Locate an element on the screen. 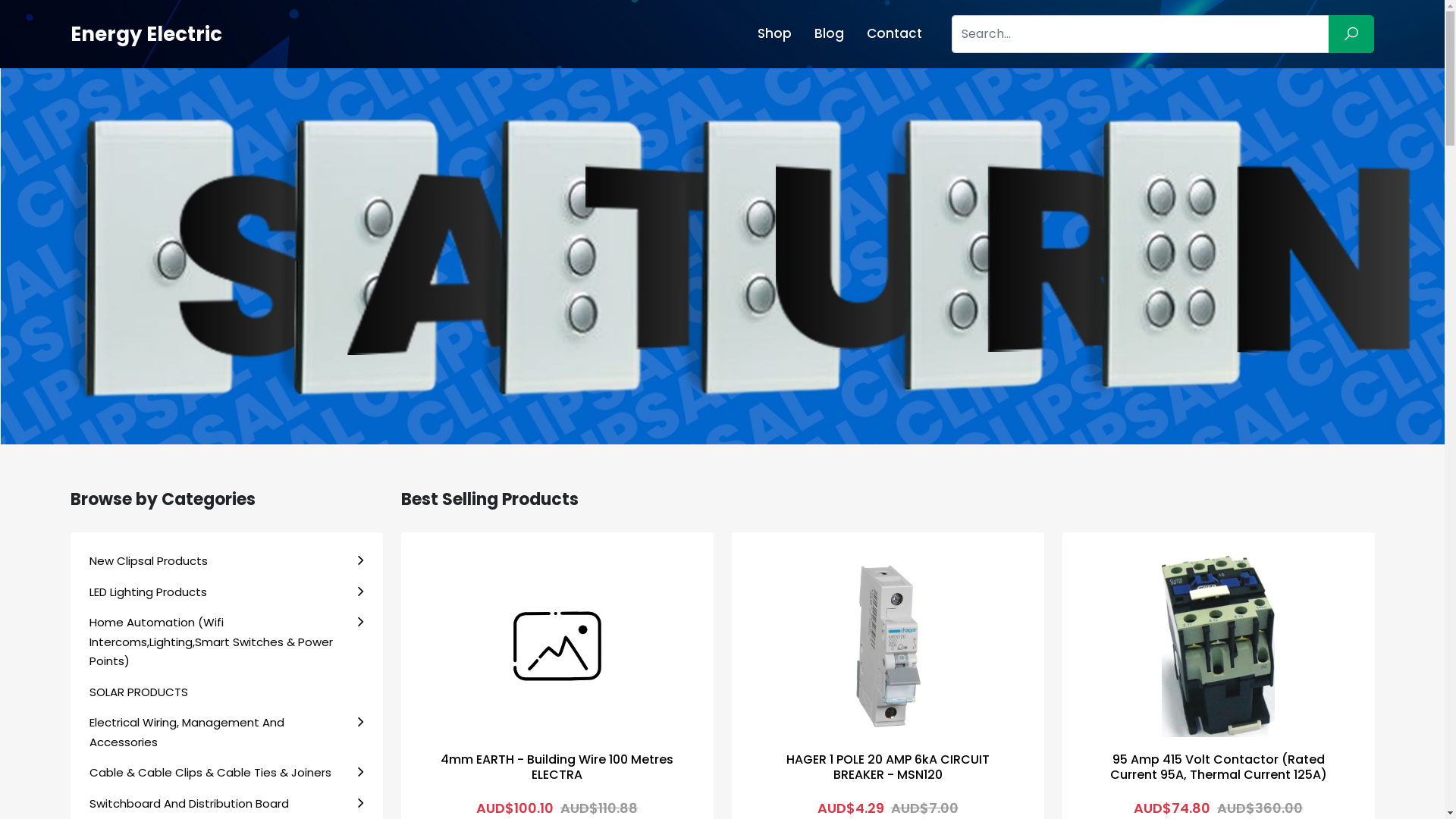  '4mm EARTH - Building Wire 100 Metres ELECTRA' is located at coordinates (556, 766).